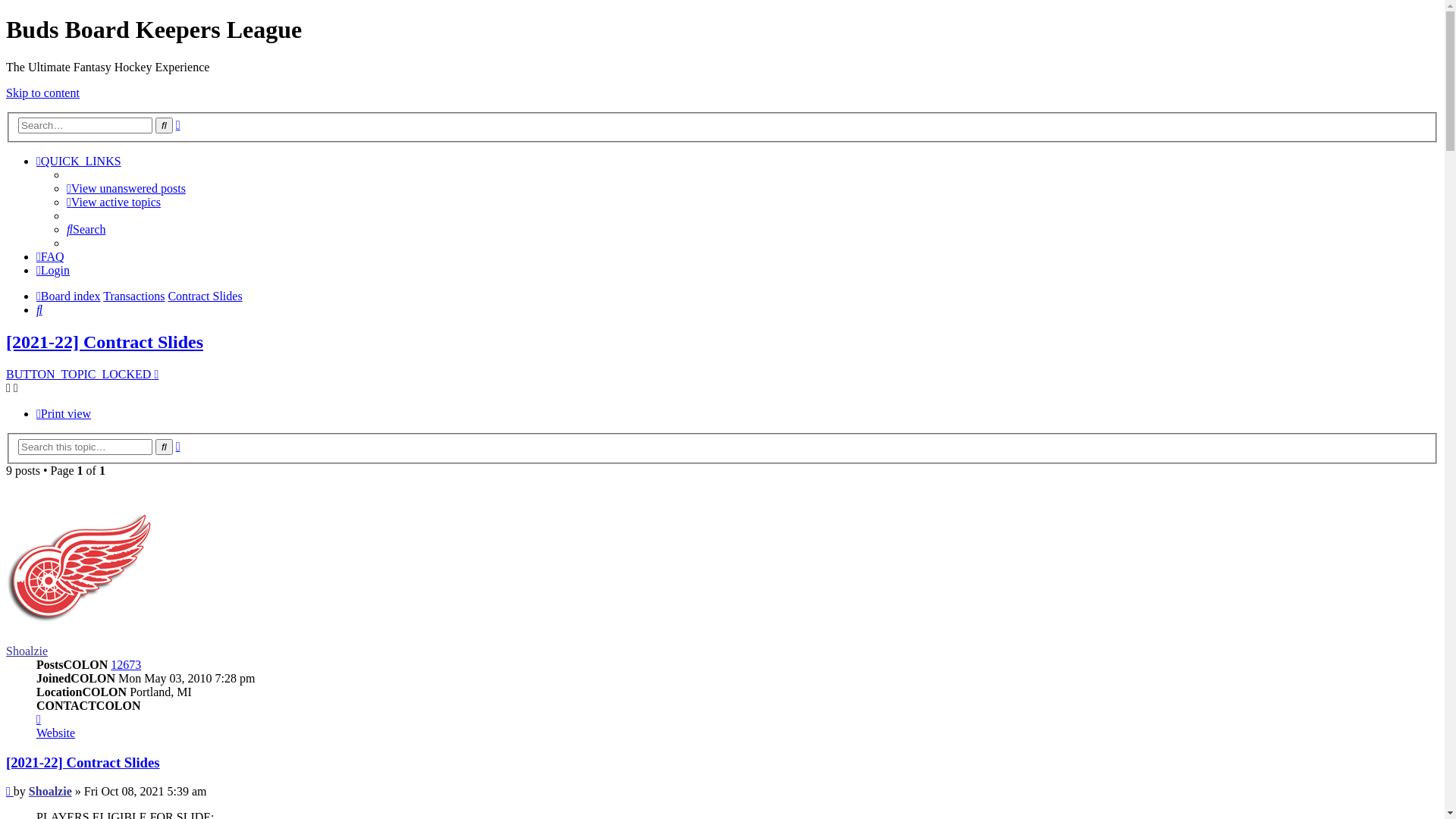  I want to click on 'Board index', so click(67, 296).